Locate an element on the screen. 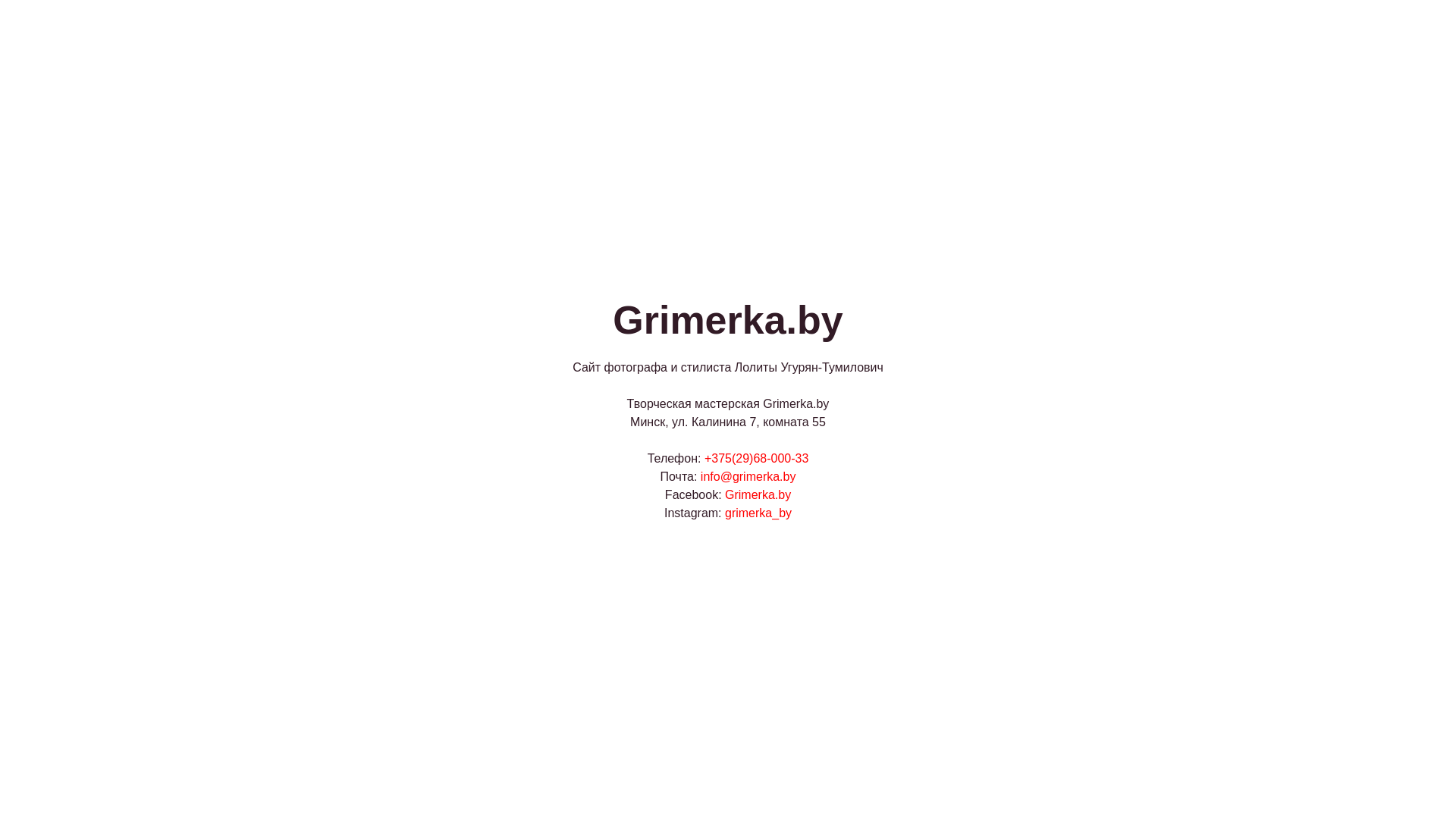 The height and width of the screenshot is (819, 1456). '+375(29)68-000-33' is located at coordinates (756, 457).